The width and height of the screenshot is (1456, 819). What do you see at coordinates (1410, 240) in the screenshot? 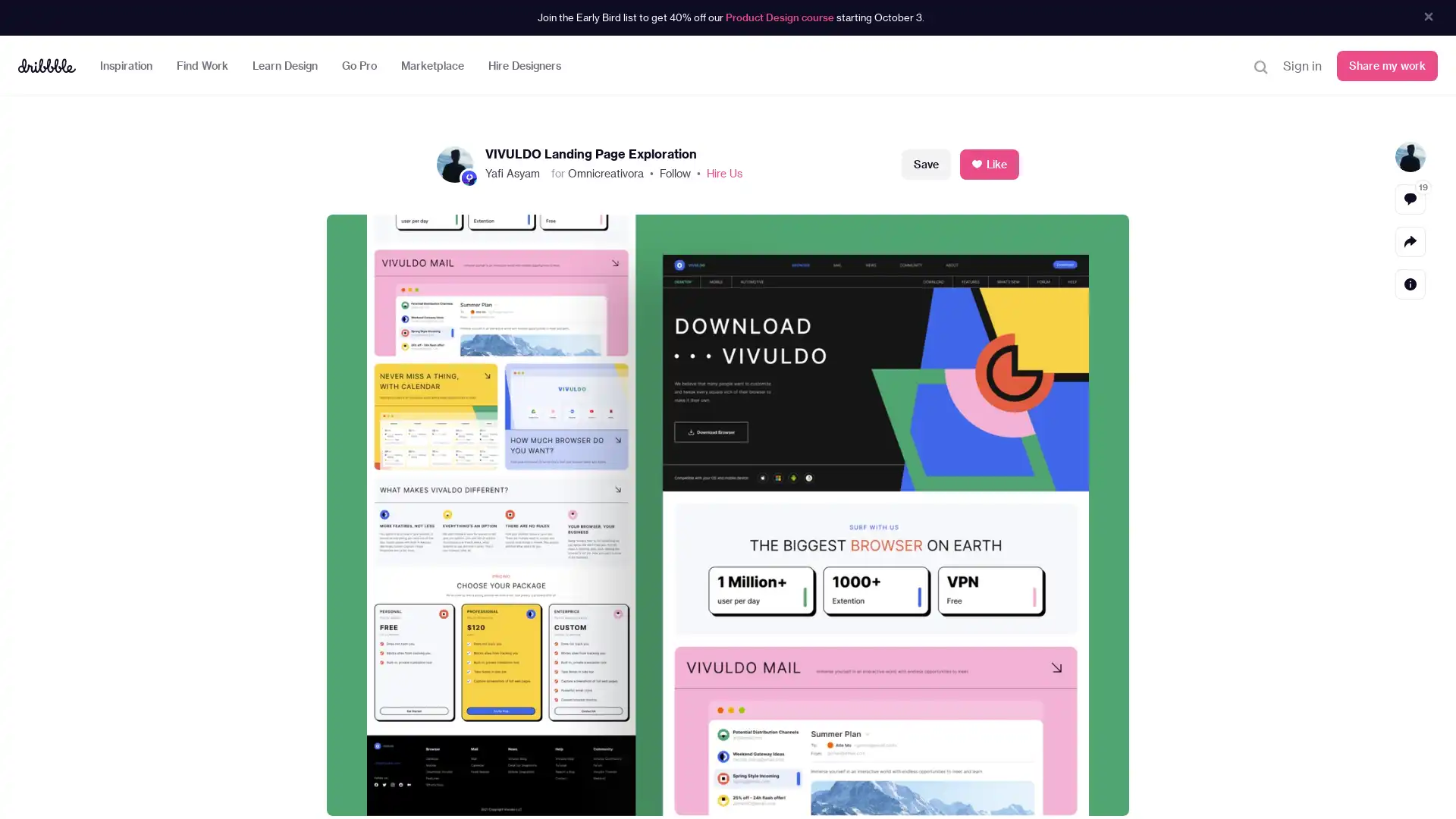
I see `Share actions` at bounding box center [1410, 240].